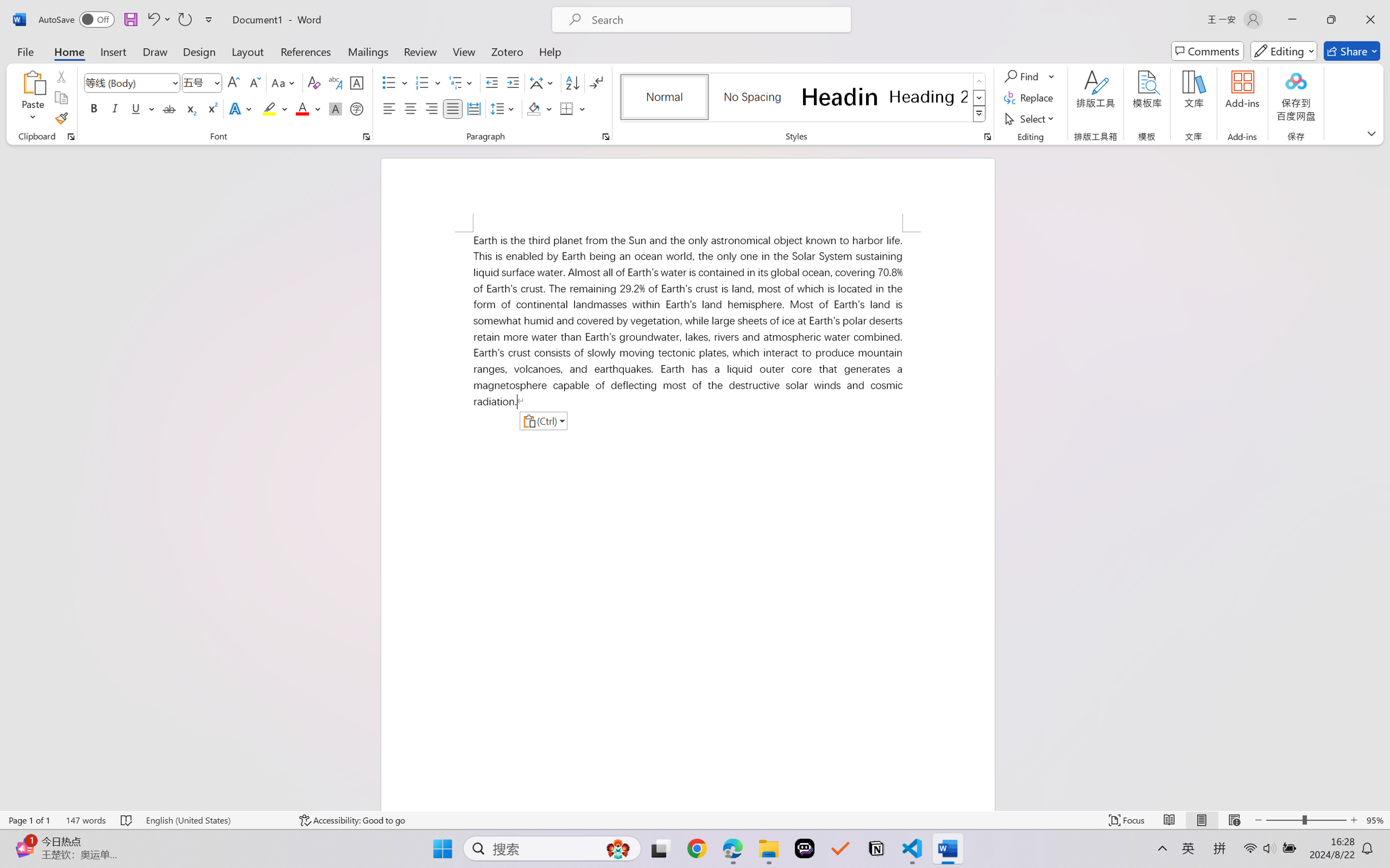 This screenshot has height=868, width=1390. I want to click on 'Strikethrough', so click(169, 108).